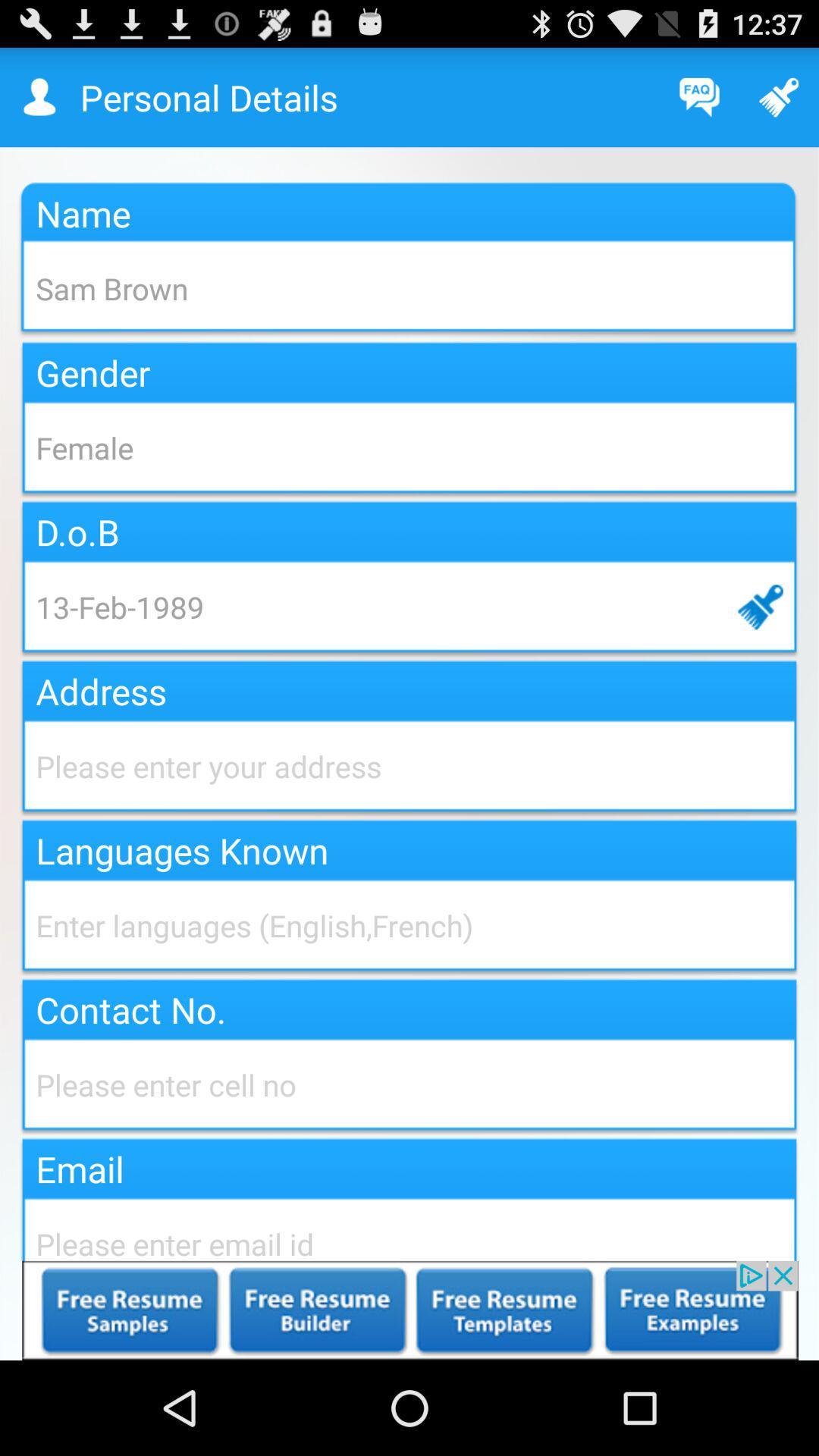 The width and height of the screenshot is (819, 1456). Describe the element at coordinates (699, 103) in the screenshot. I see `the chat icon` at that location.